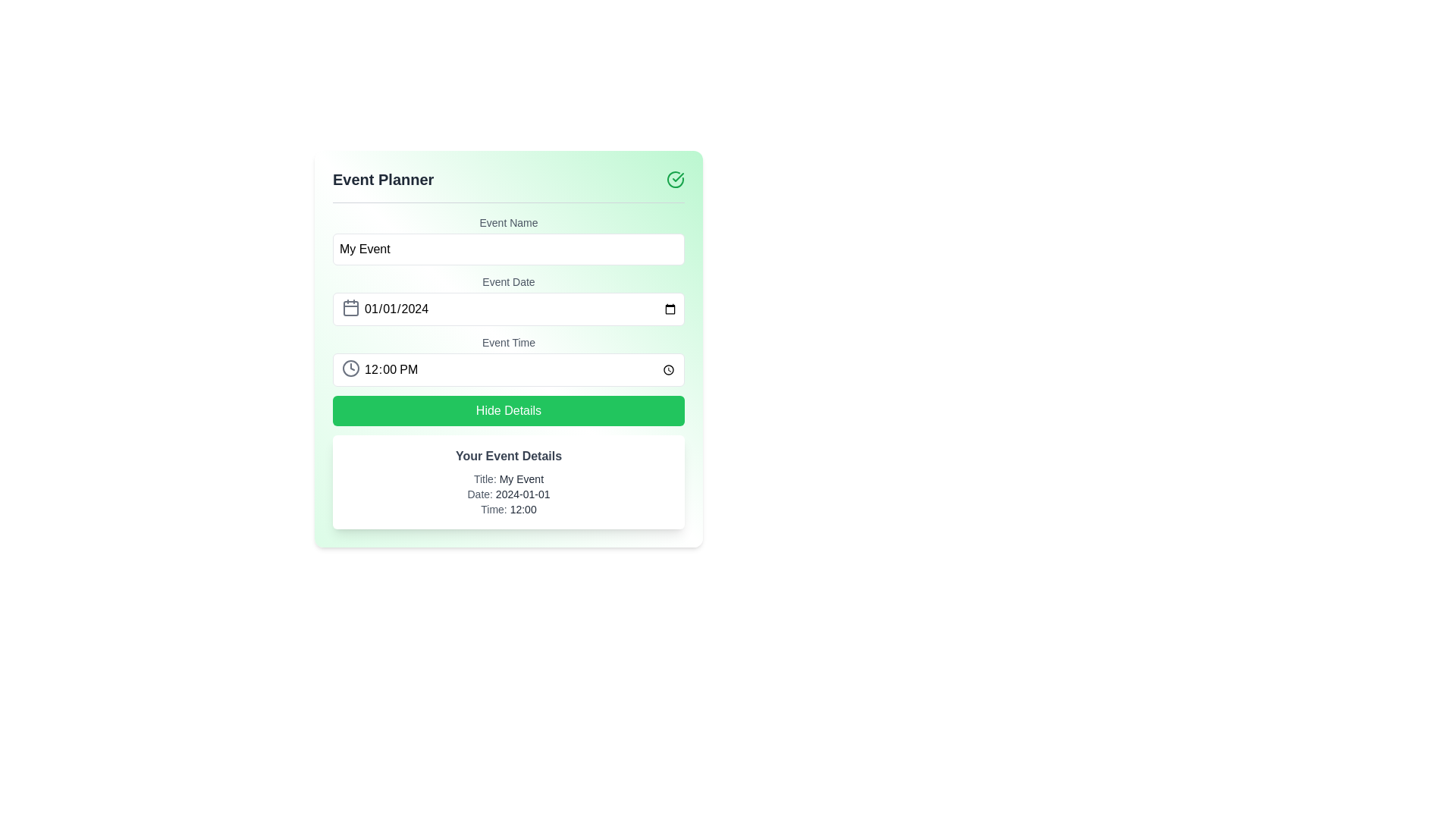 This screenshot has width=1456, height=819. What do you see at coordinates (509, 222) in the screenshot?
I see `the 'Event Name' text label, which is styled in gray and positioned above the input field` at bounding box center [509, 222].